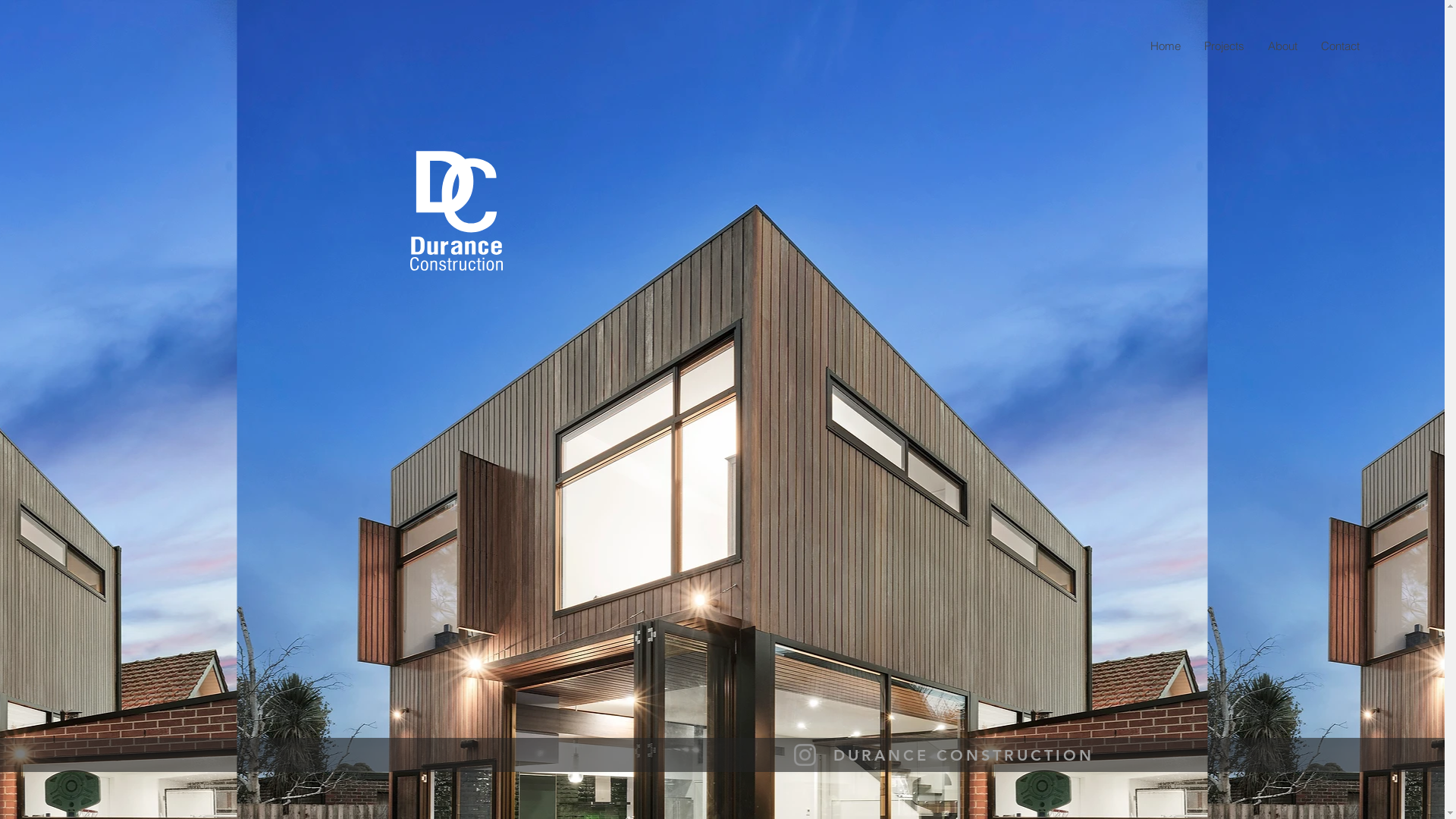 The image size is (1456, 819). What do you see at coordinates (1223, 45) in the screenshot?
I see `'Projects'` at bounding box center [1223, 45].